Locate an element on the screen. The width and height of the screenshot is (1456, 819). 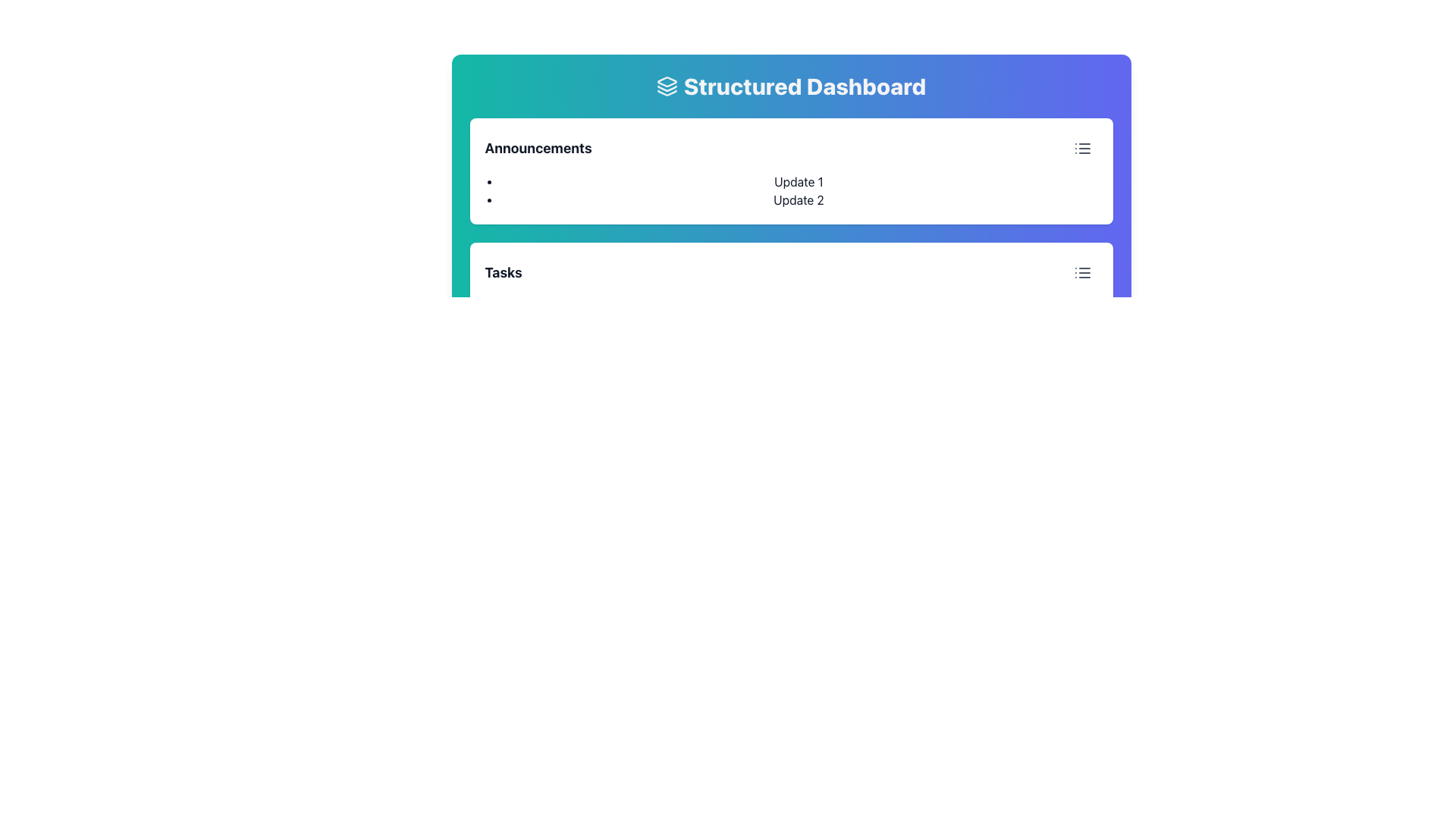
the circular gray button with a list icon on the right edge of the row labeled 'Announcements' is located at coordinates (1081, 149).